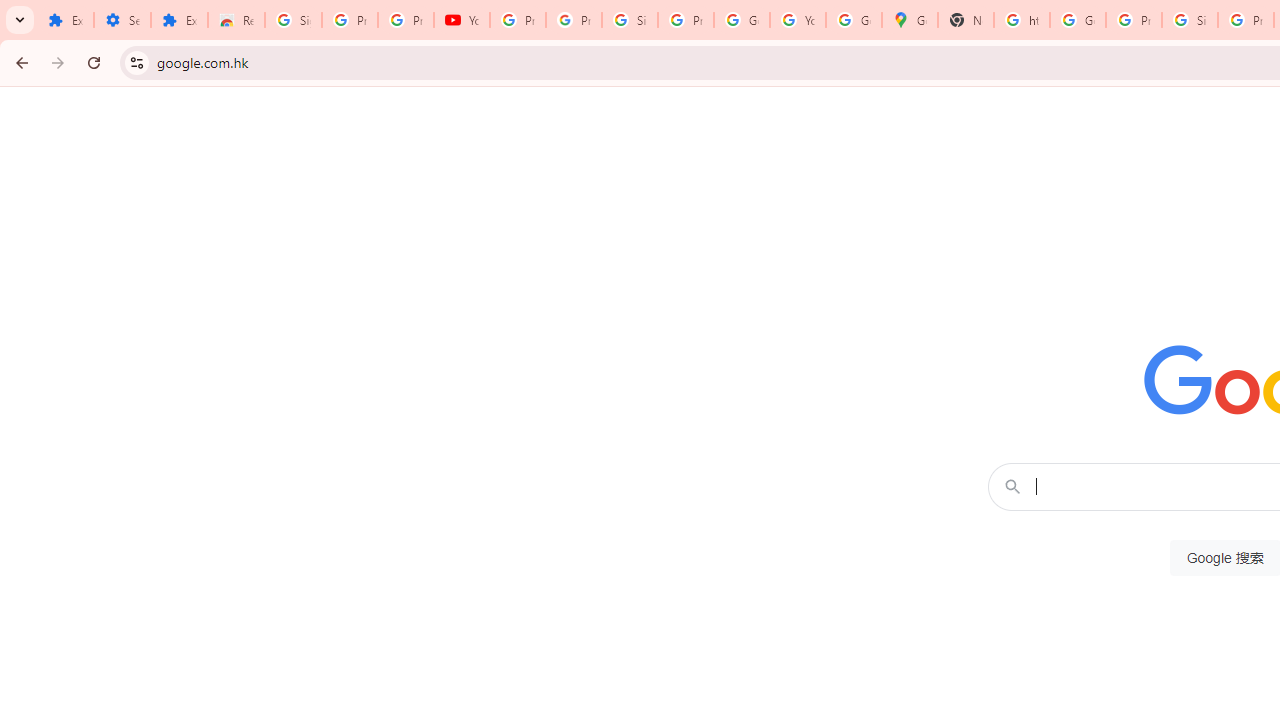  Describe the element at coordinates (909, 20) in the screenshot. I see `'Google Maps'` at that location.